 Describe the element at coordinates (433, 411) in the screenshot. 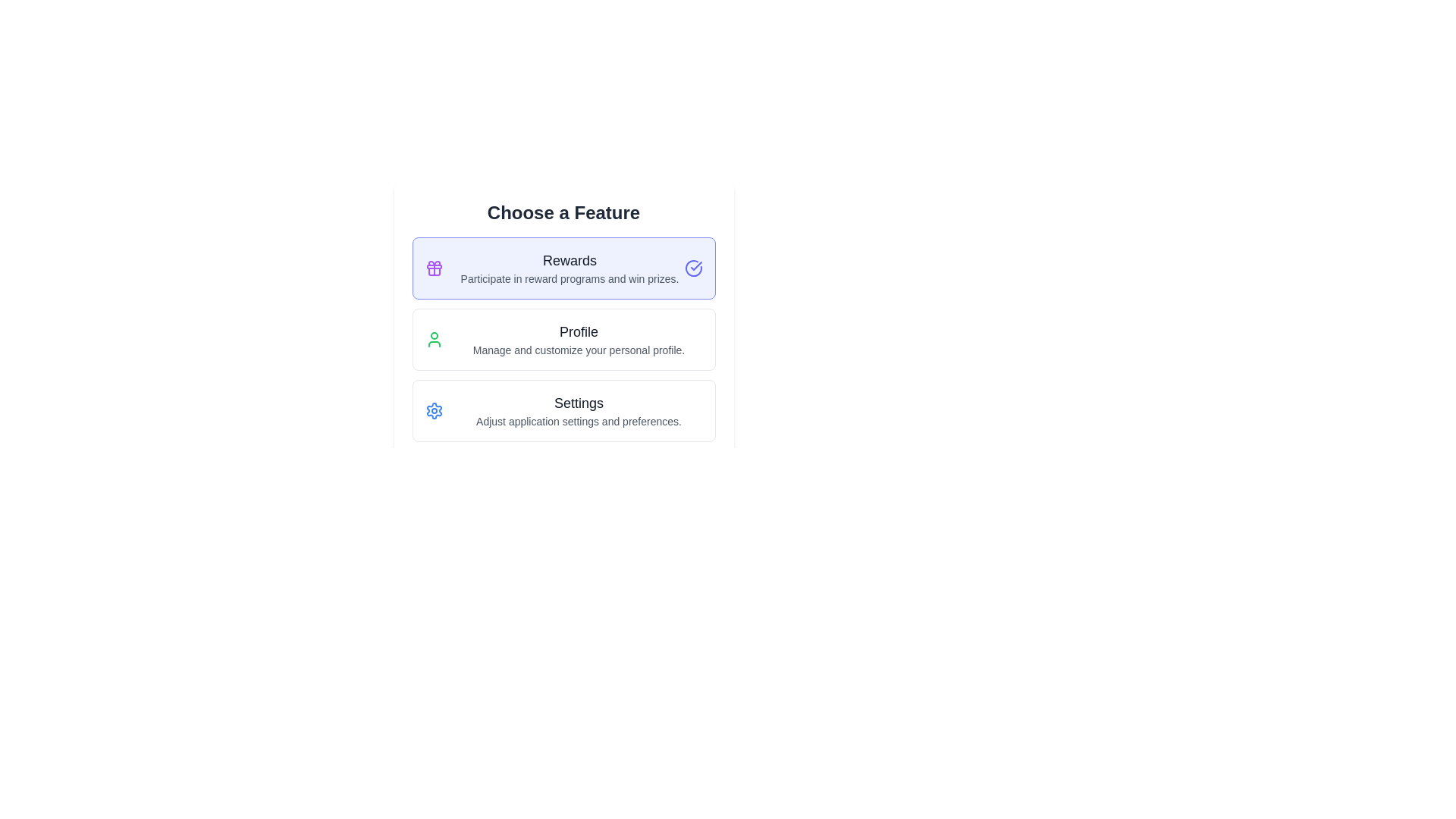

I see `the blue cogwheel icon located in the 'Settings' section, positioned between the 'Profile' and 'Rewards' sections` at that location.